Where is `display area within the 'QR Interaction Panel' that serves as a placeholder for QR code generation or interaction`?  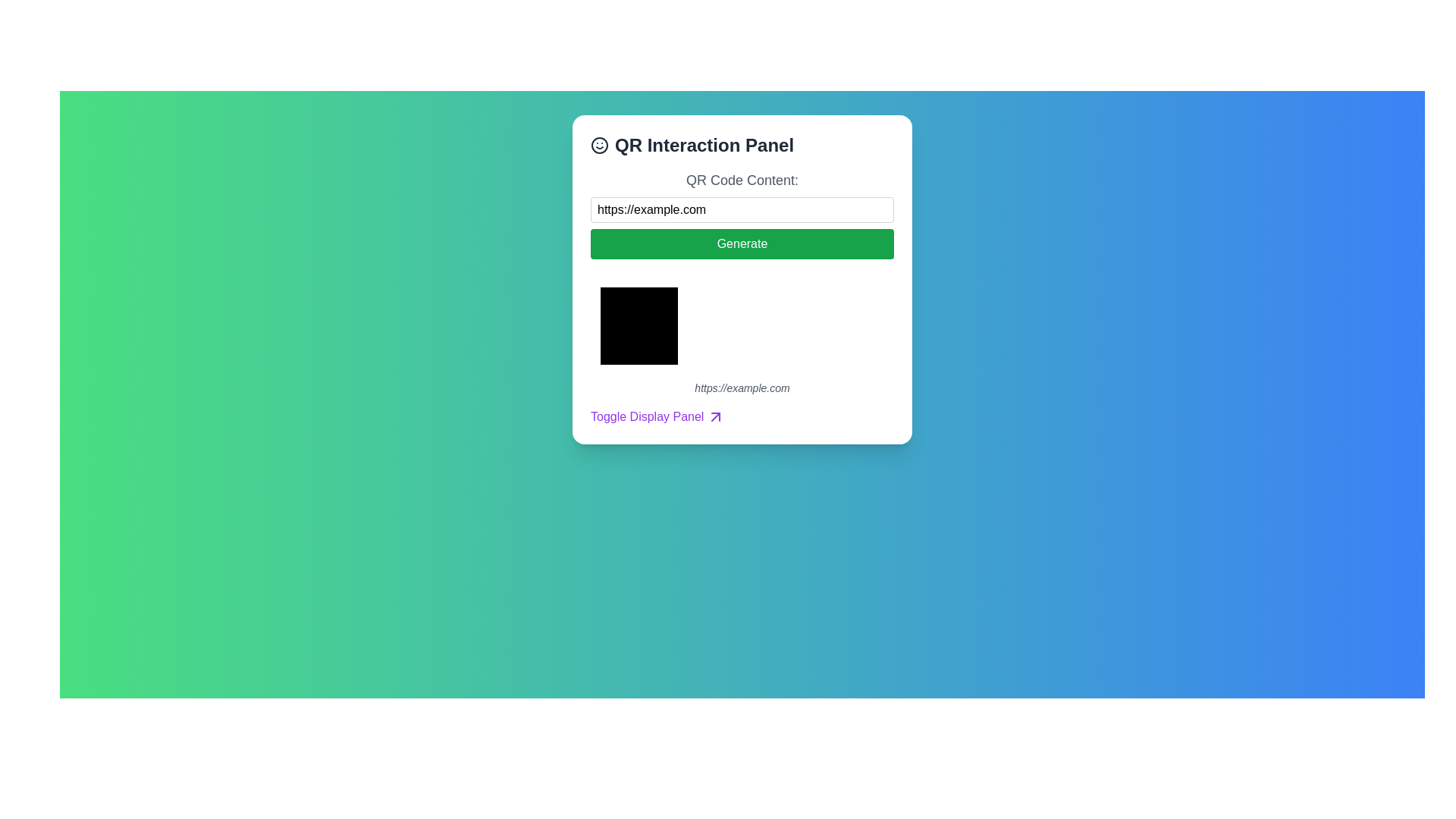
display area within the 'QR Interaction Panel' that serves as a placeholder for QR code generation or interaction is located at coordinates (639, 325).